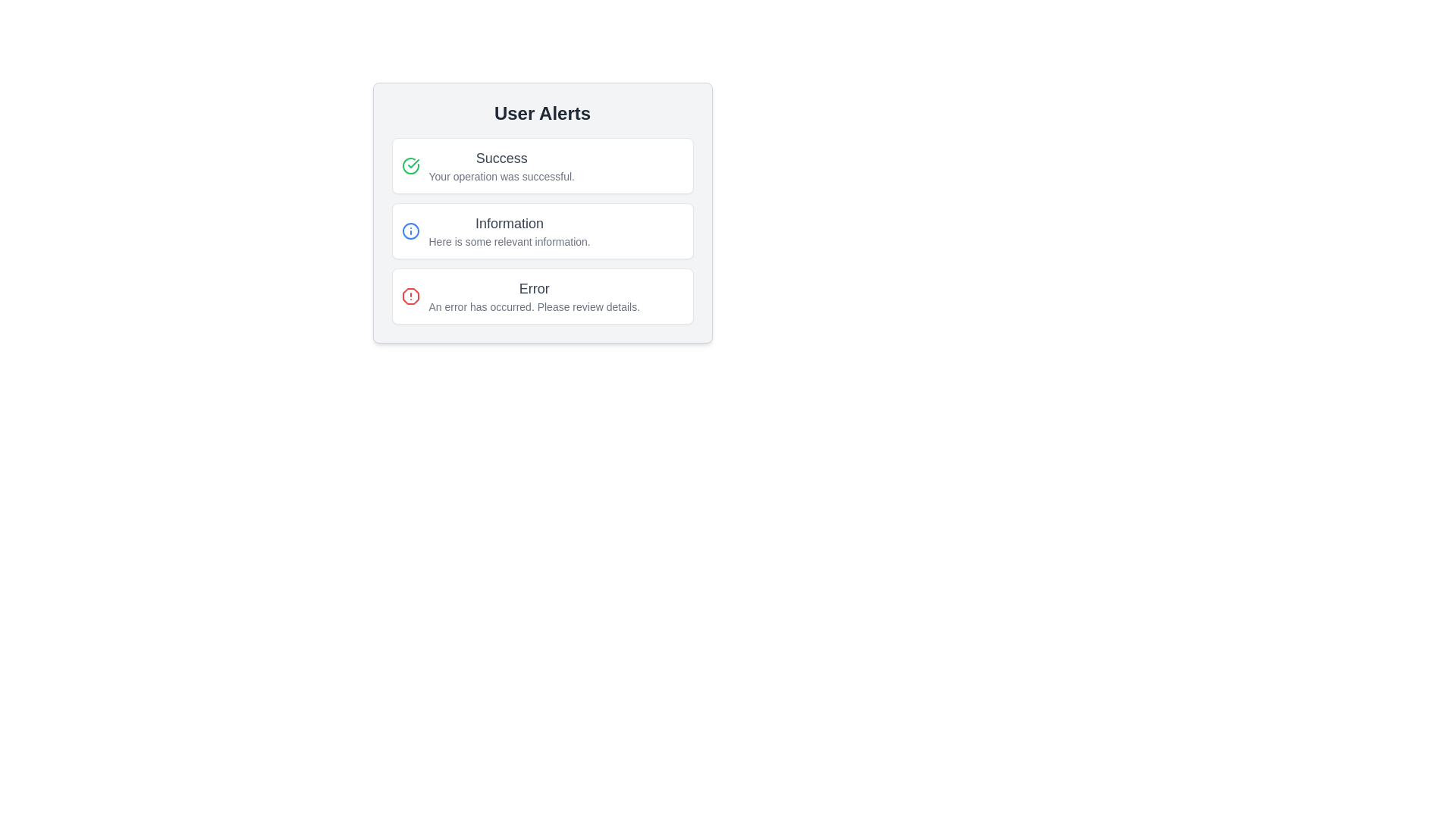  I want to click on the information icon located to the left of the 'Information' text in the 'User Alerts' section, which is aligned horizontally with the accompanying text, so click(410, 231).